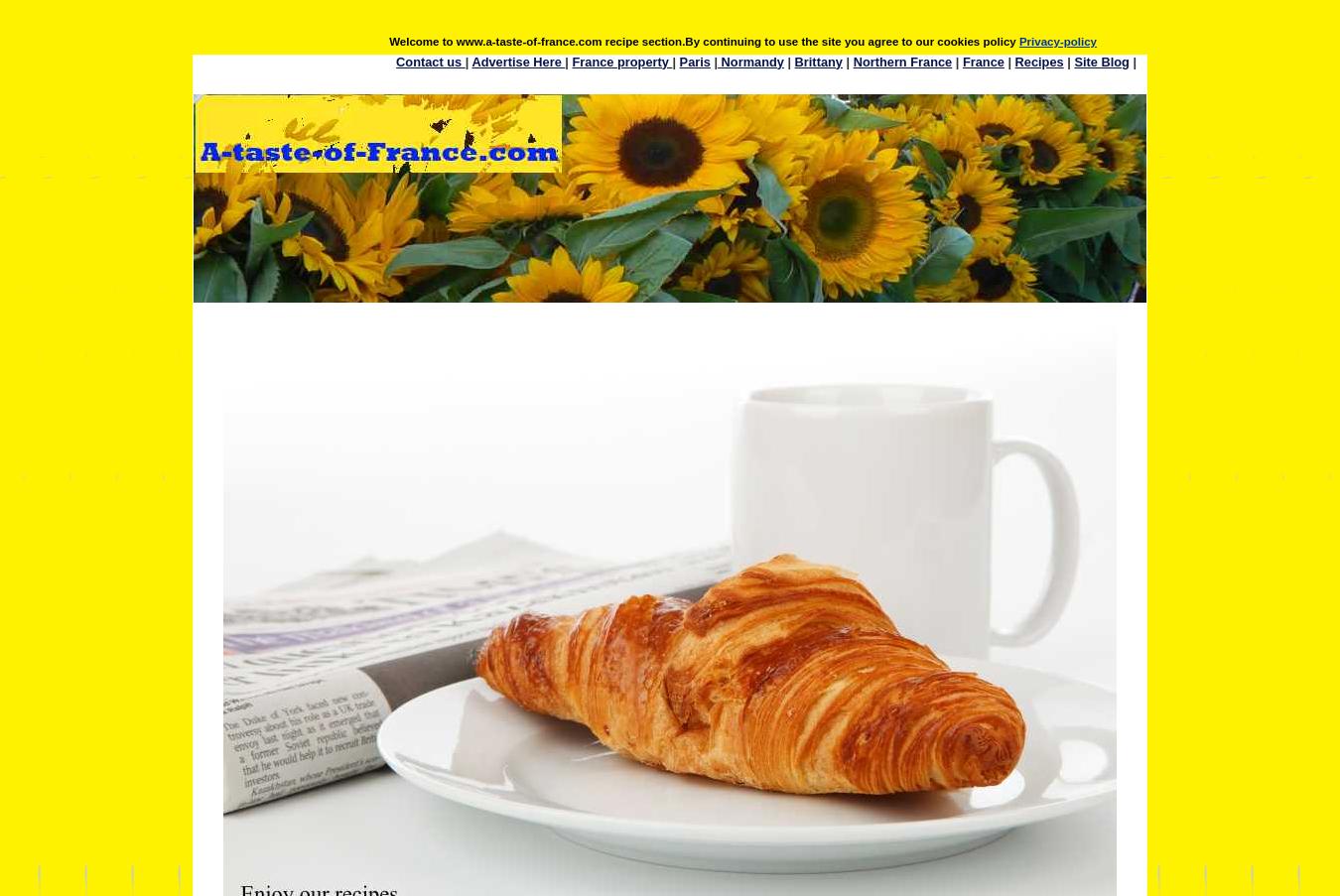 The height and width of the screenshot is (896, 1340). What do you see at coordinates (430, 60) in the screenshot?
I see `'Contact us'` at bounding box center [430, 60].